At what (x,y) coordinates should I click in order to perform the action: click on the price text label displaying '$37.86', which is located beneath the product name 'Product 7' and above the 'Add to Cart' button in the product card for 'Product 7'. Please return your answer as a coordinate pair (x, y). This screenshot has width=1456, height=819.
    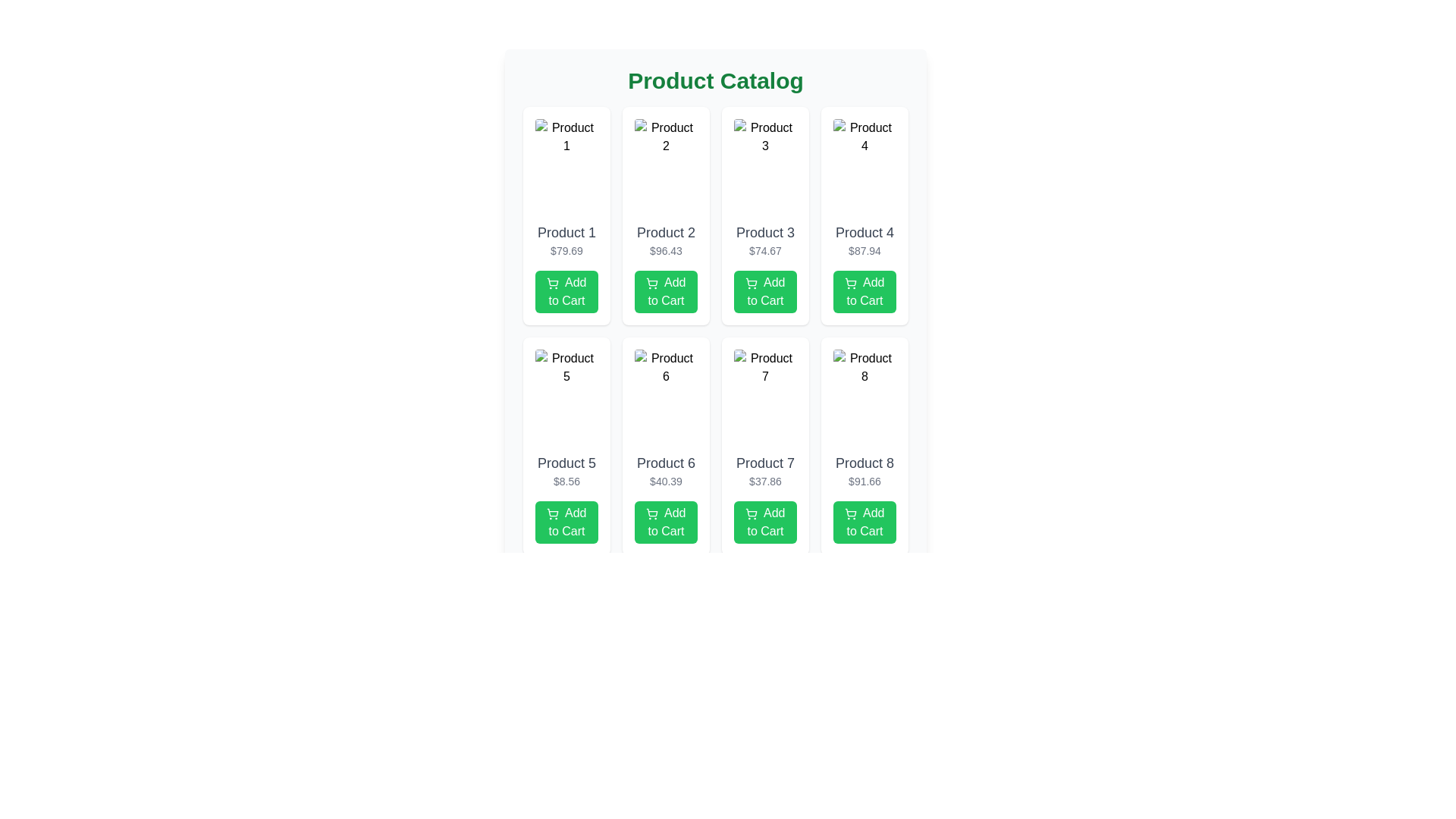
    Looking at the image, I should click on (765, 482).